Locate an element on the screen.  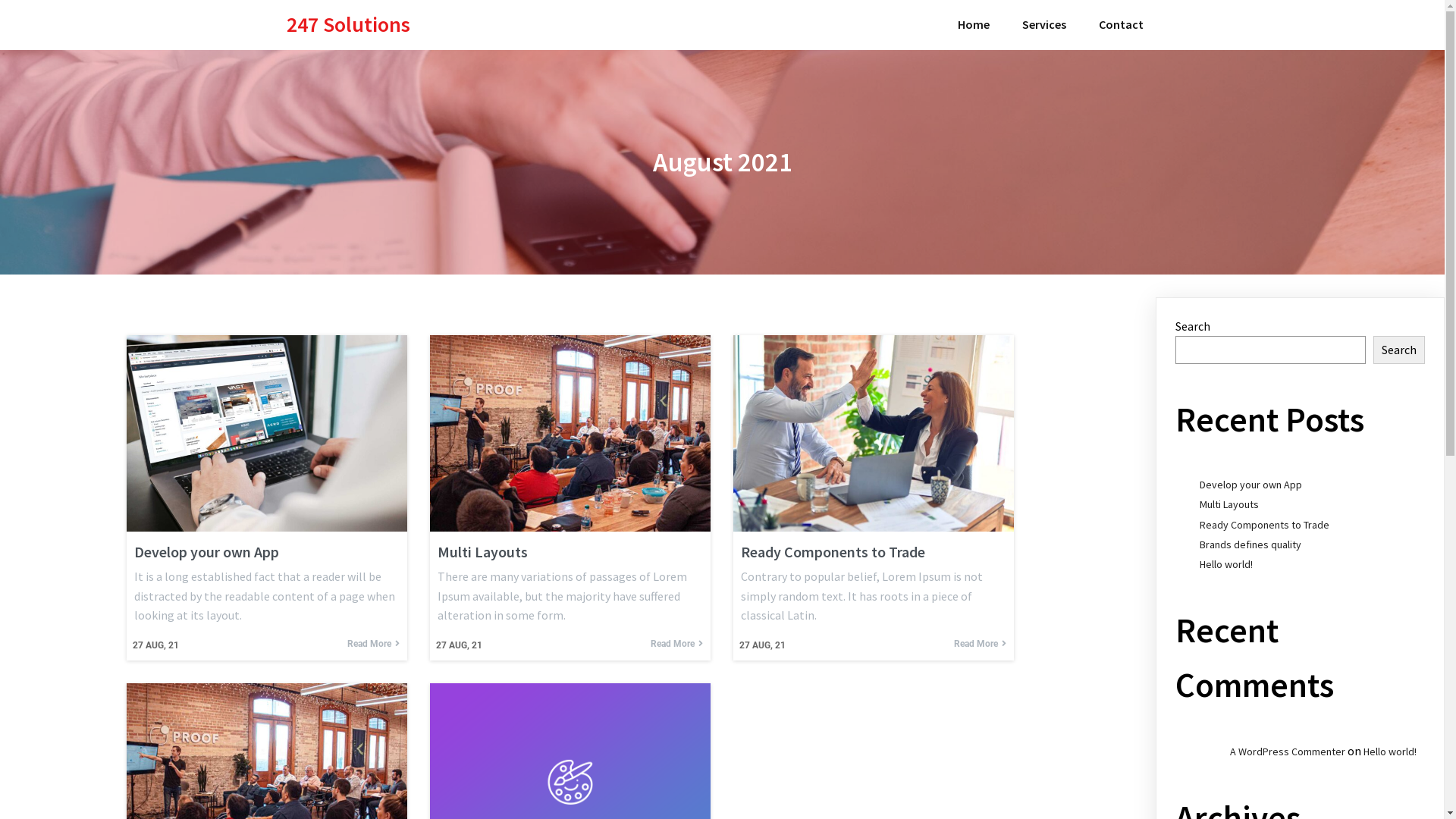
'Read More' is located at coordinates (676, 643).